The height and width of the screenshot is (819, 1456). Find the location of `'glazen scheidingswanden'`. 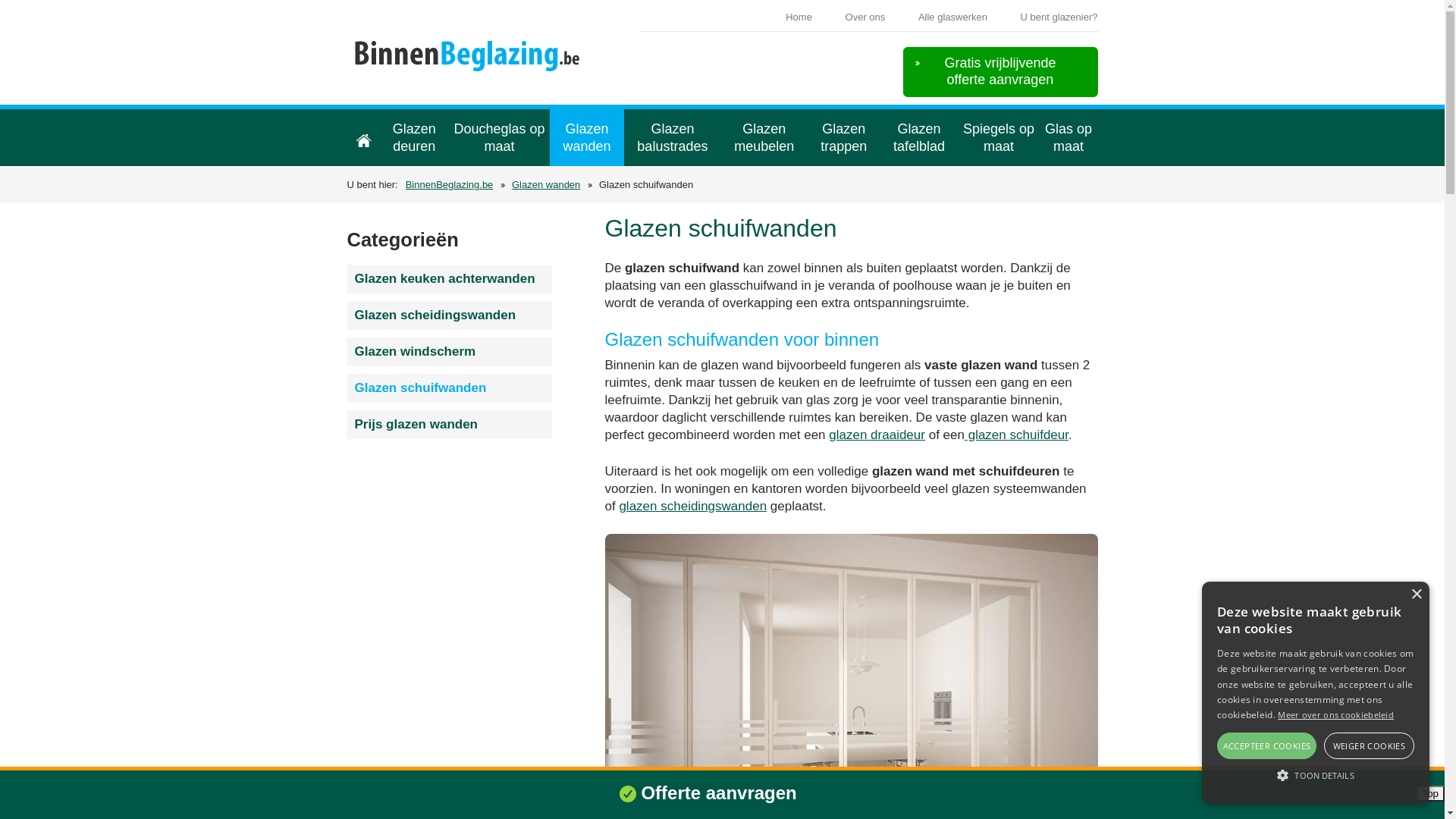

'glazen scheidingswanden' is located at coordinates (692, 506).